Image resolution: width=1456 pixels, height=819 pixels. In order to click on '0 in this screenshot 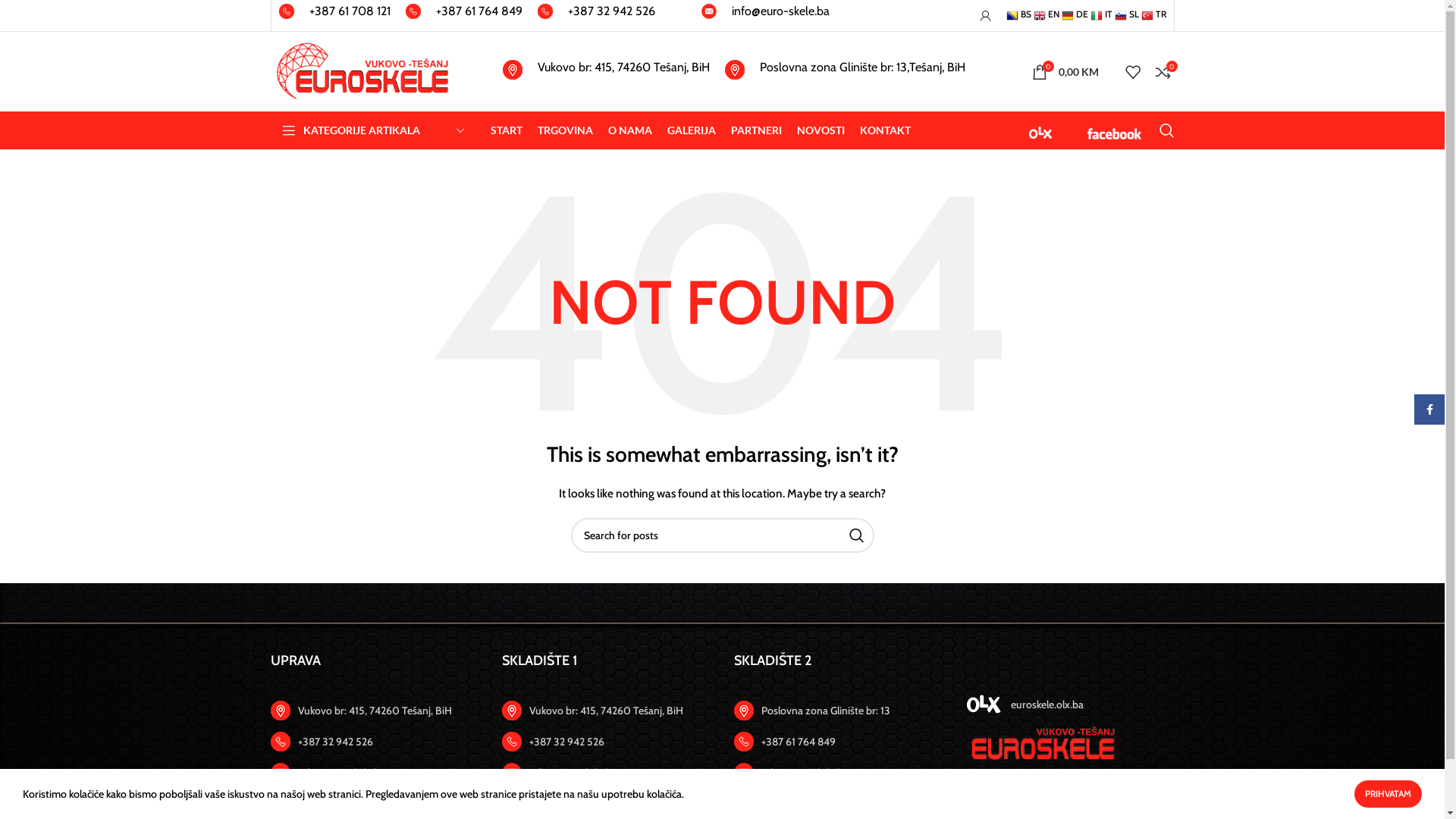, I will do `click(1023, 71)`.